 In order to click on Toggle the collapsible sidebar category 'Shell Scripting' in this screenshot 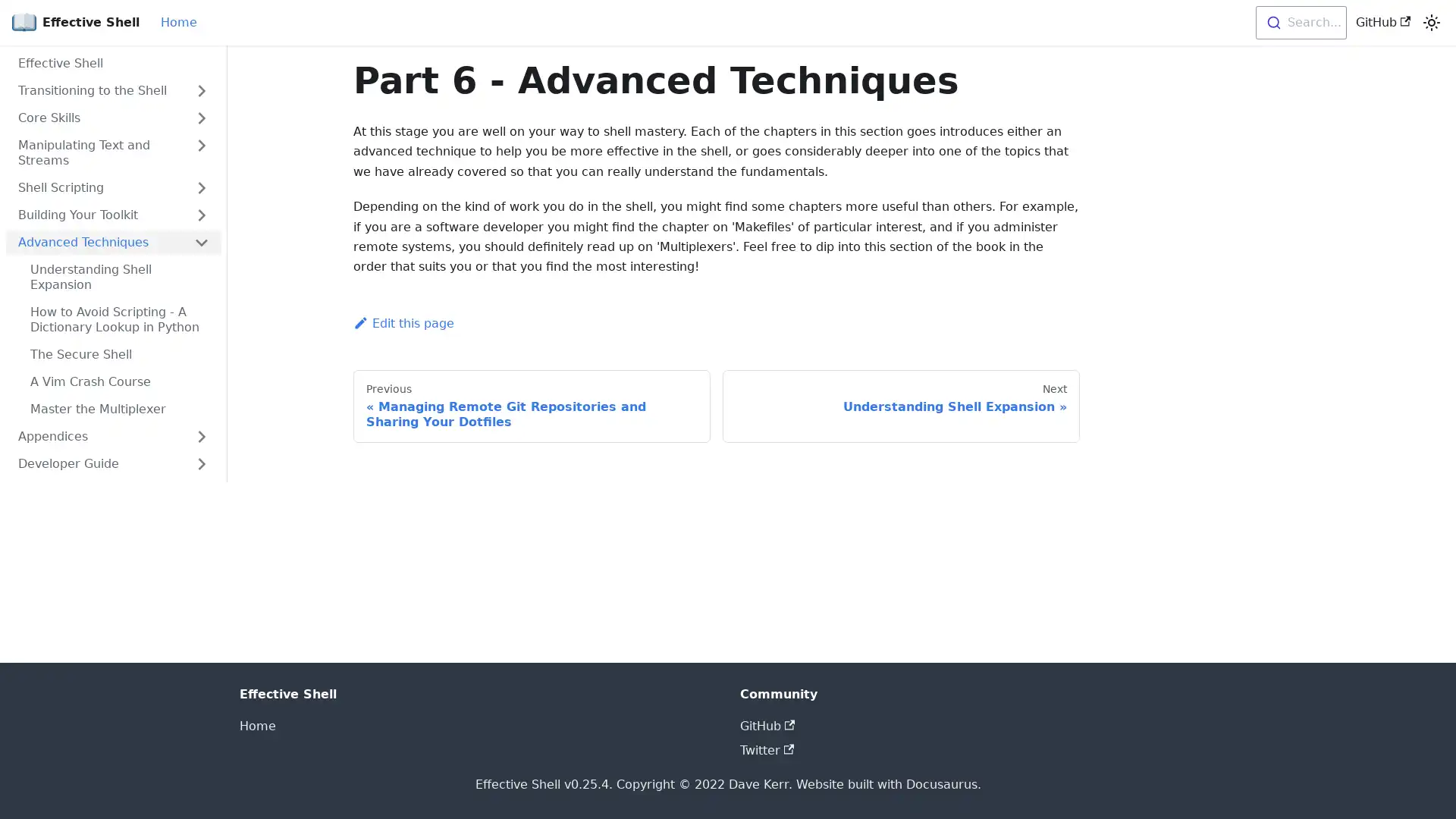, I will do `click(200, 187)`.